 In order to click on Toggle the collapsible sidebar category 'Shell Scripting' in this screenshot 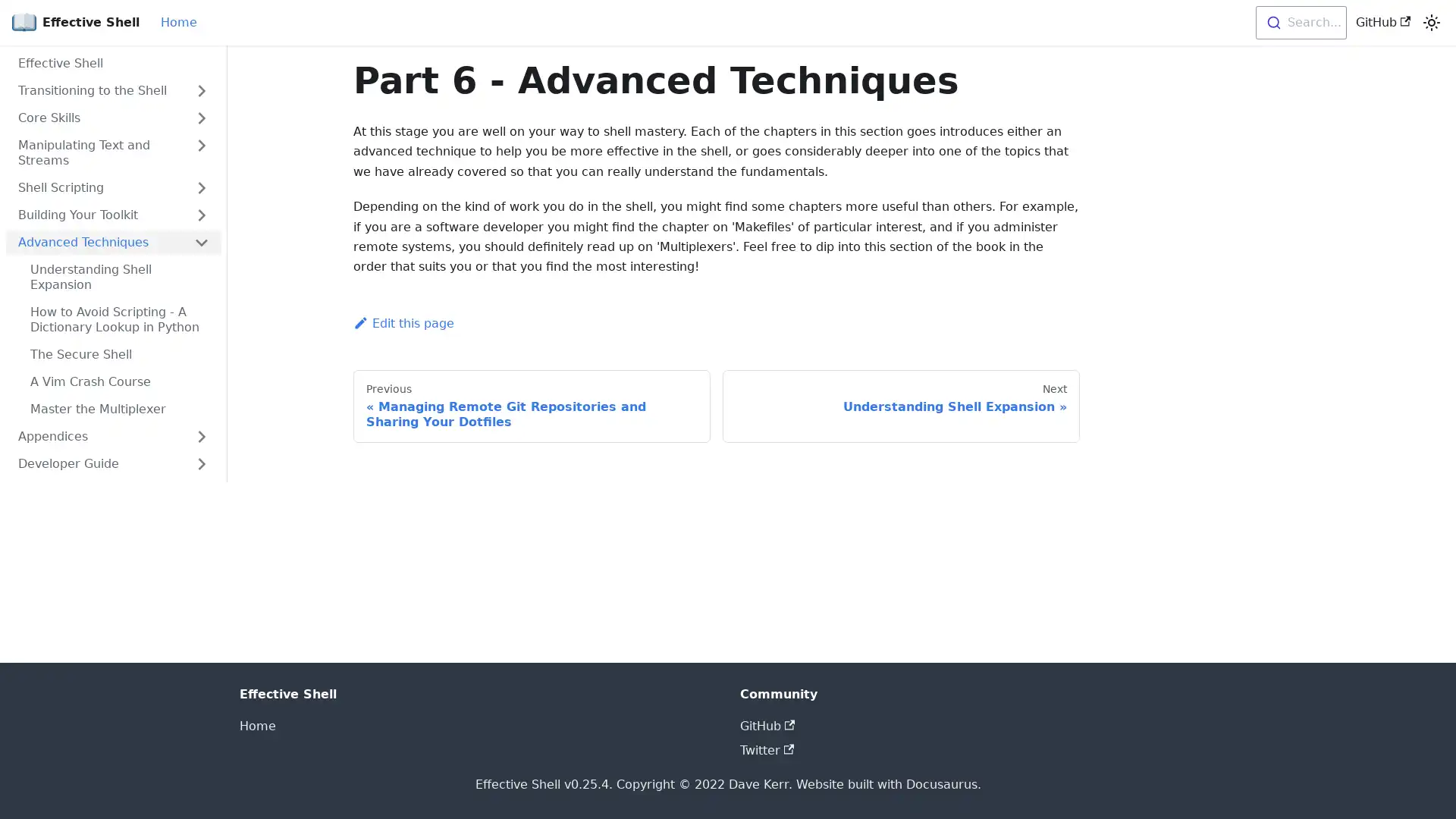, I will do `click(200, 187)`.